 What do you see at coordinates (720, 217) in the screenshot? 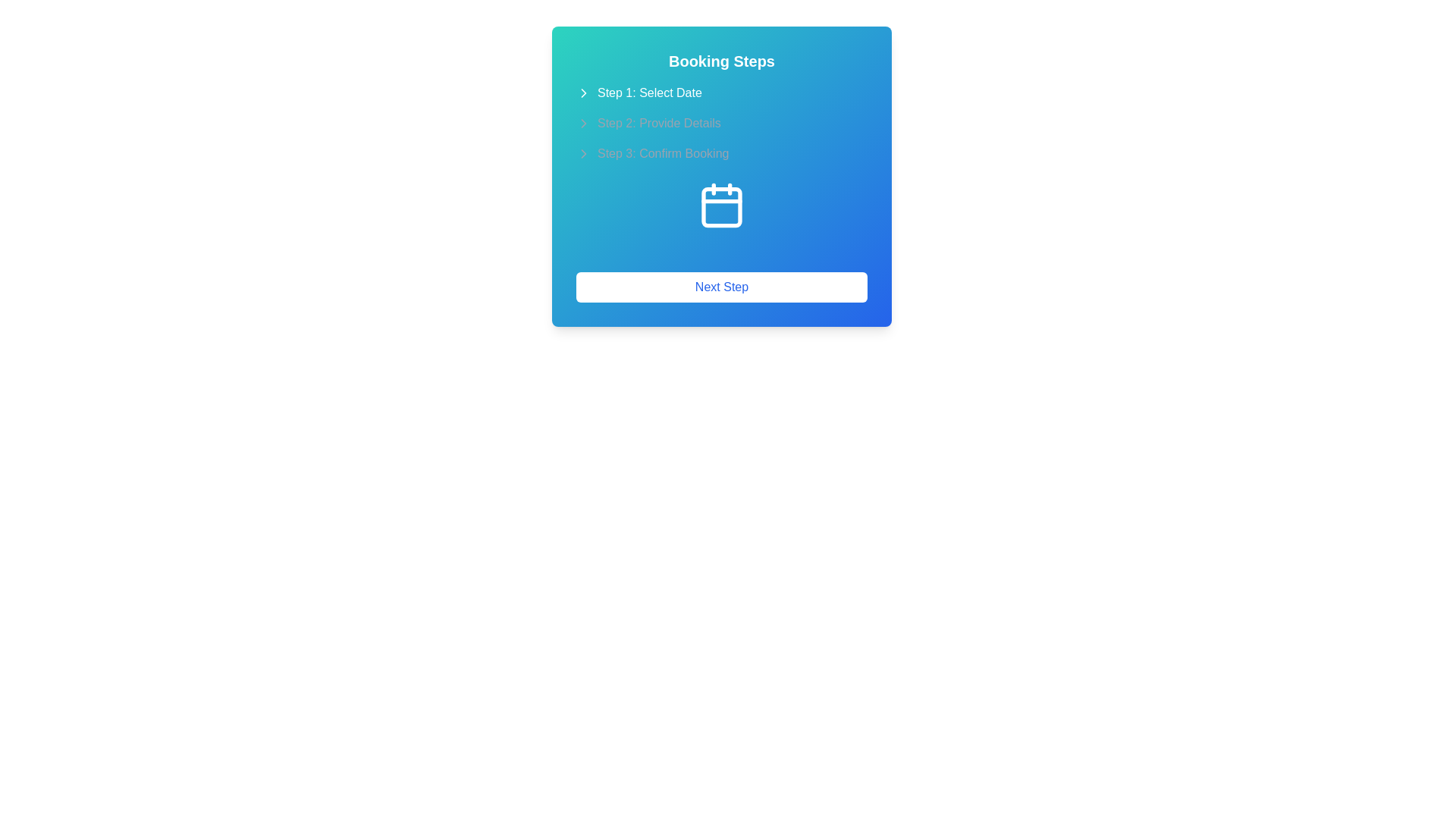
I see `the Decorative icon that represents the 'Select Date' step in the booking process, which is located in the middle of the Booking Steps card` at bounding box center [720, 217].